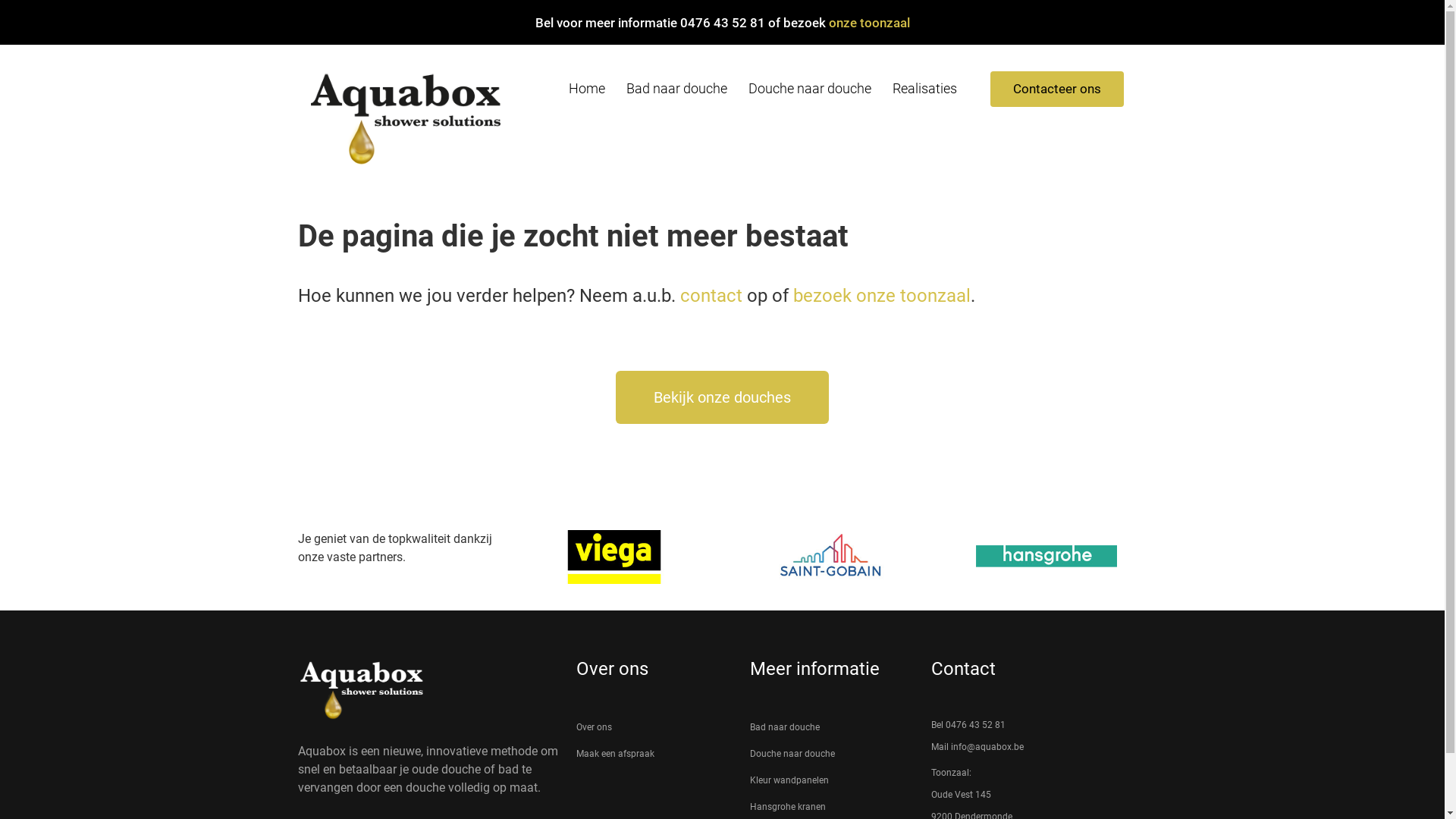 The width and height of the screenshot is (1456, 819). I want to click on 'Maak een afspraak', so click(575, 754).